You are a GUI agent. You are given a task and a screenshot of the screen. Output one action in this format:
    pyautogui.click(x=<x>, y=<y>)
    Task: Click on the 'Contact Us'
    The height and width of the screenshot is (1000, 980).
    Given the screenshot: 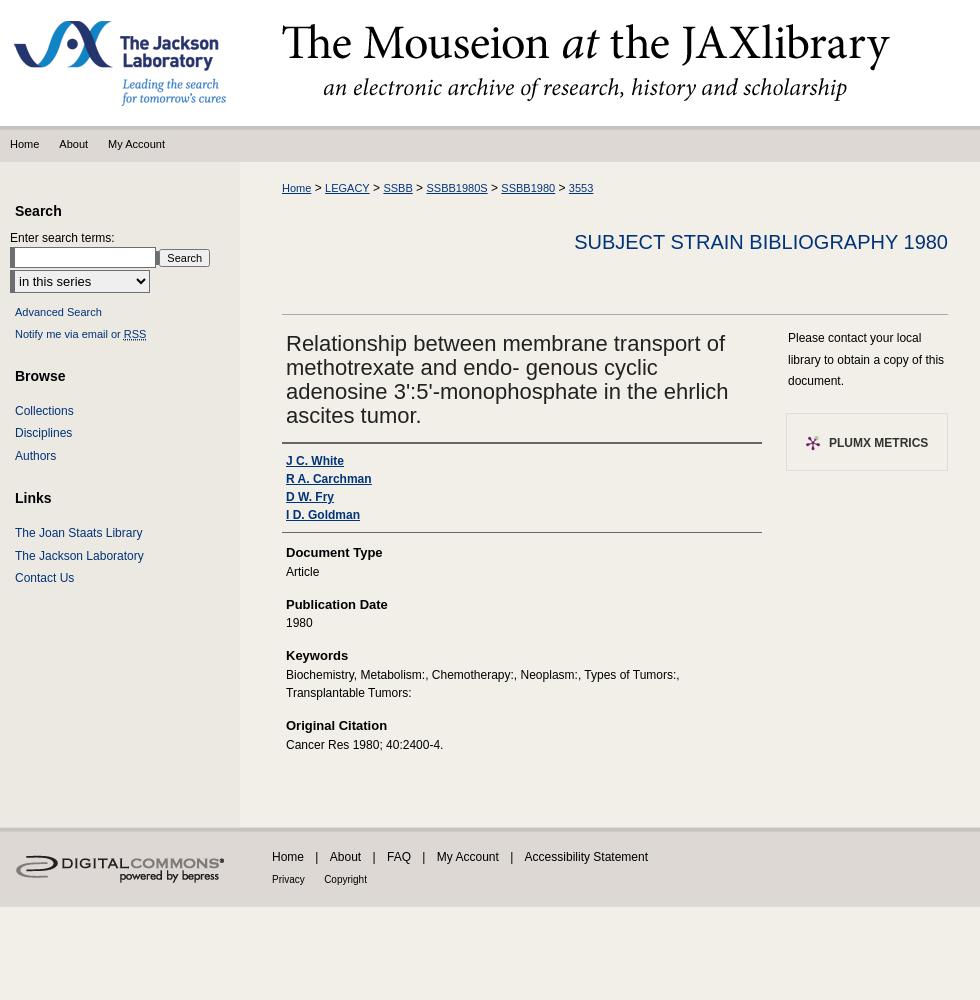 What is the action you would take?
    pyautogui.click(x=44, y=576)
    